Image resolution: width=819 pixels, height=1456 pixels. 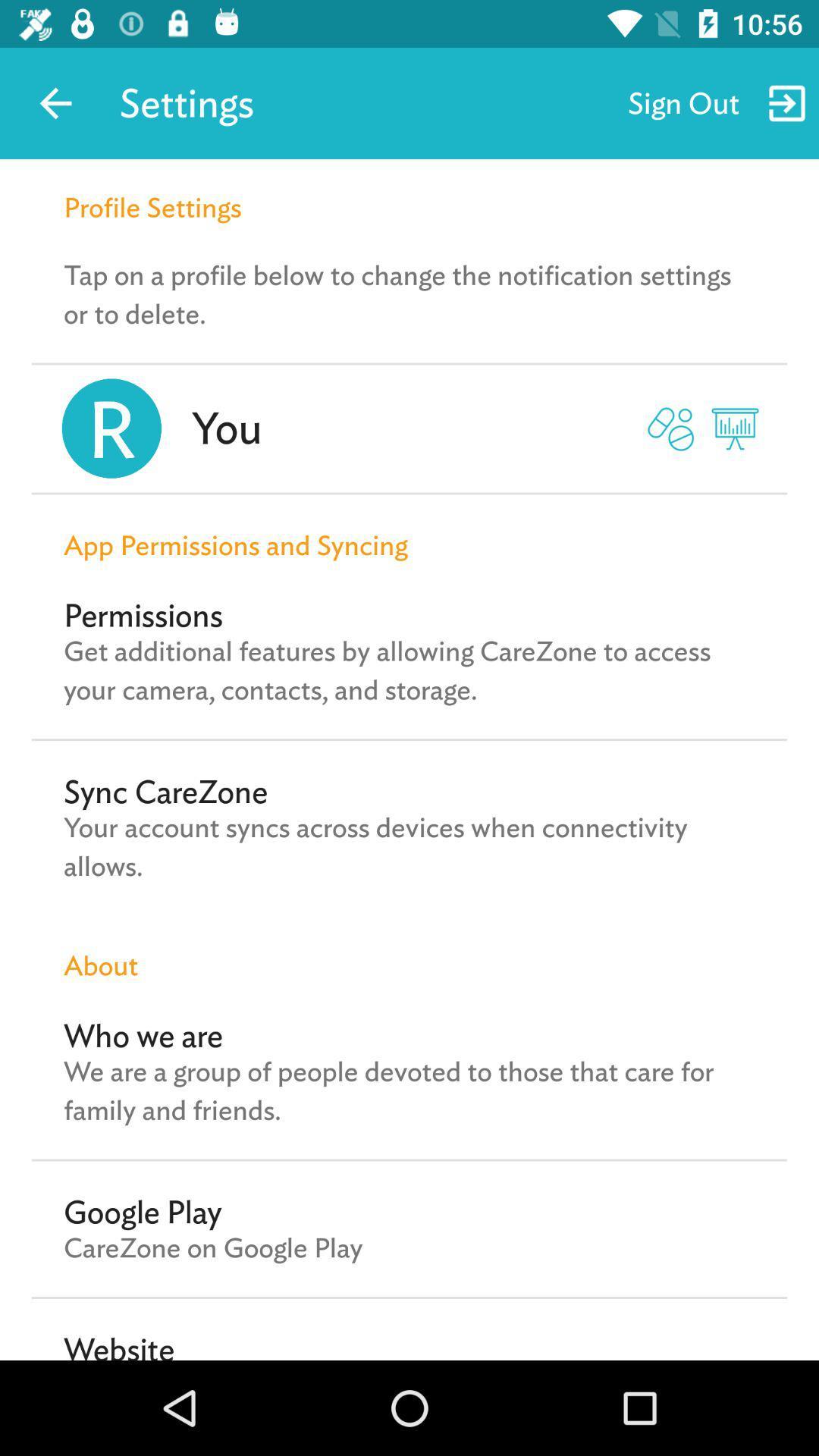 I want to click on the get additional features icon, so click(x=409, y=670).